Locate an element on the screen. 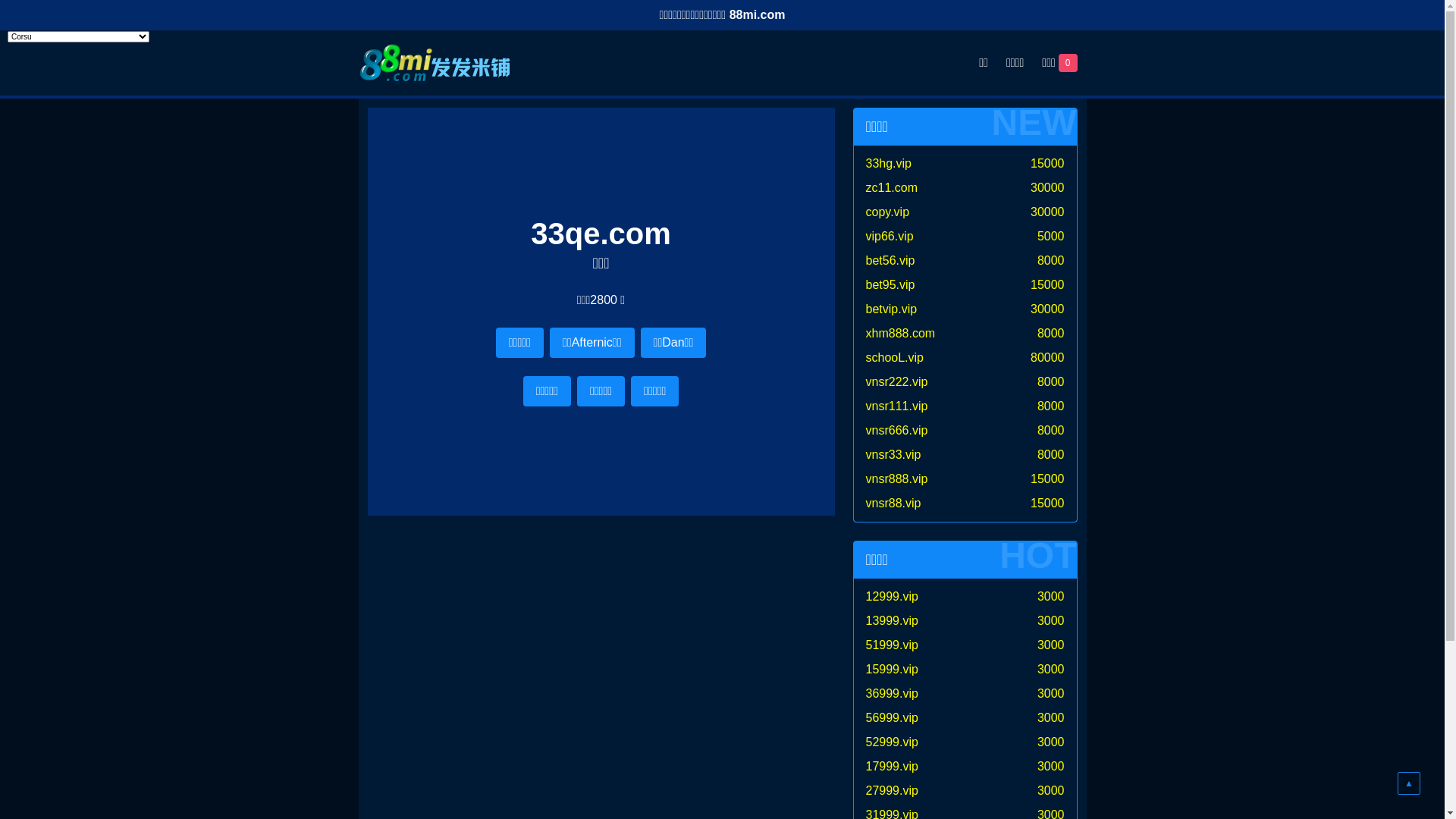 This screenshot has width=1456, height=819. '13999.vip' is located at coordinates (892, 620).